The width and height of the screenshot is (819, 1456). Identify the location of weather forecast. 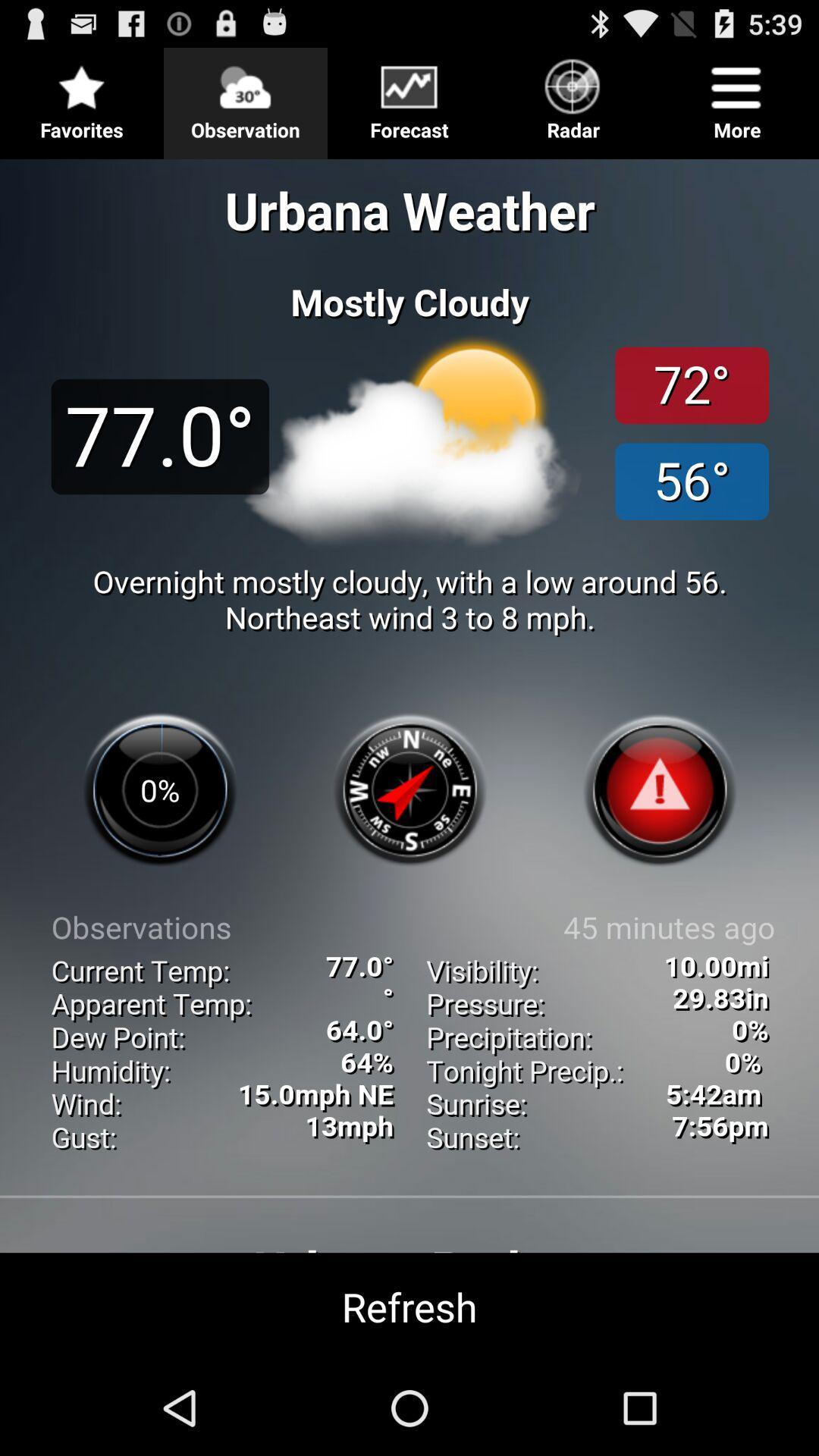
(409, 754).